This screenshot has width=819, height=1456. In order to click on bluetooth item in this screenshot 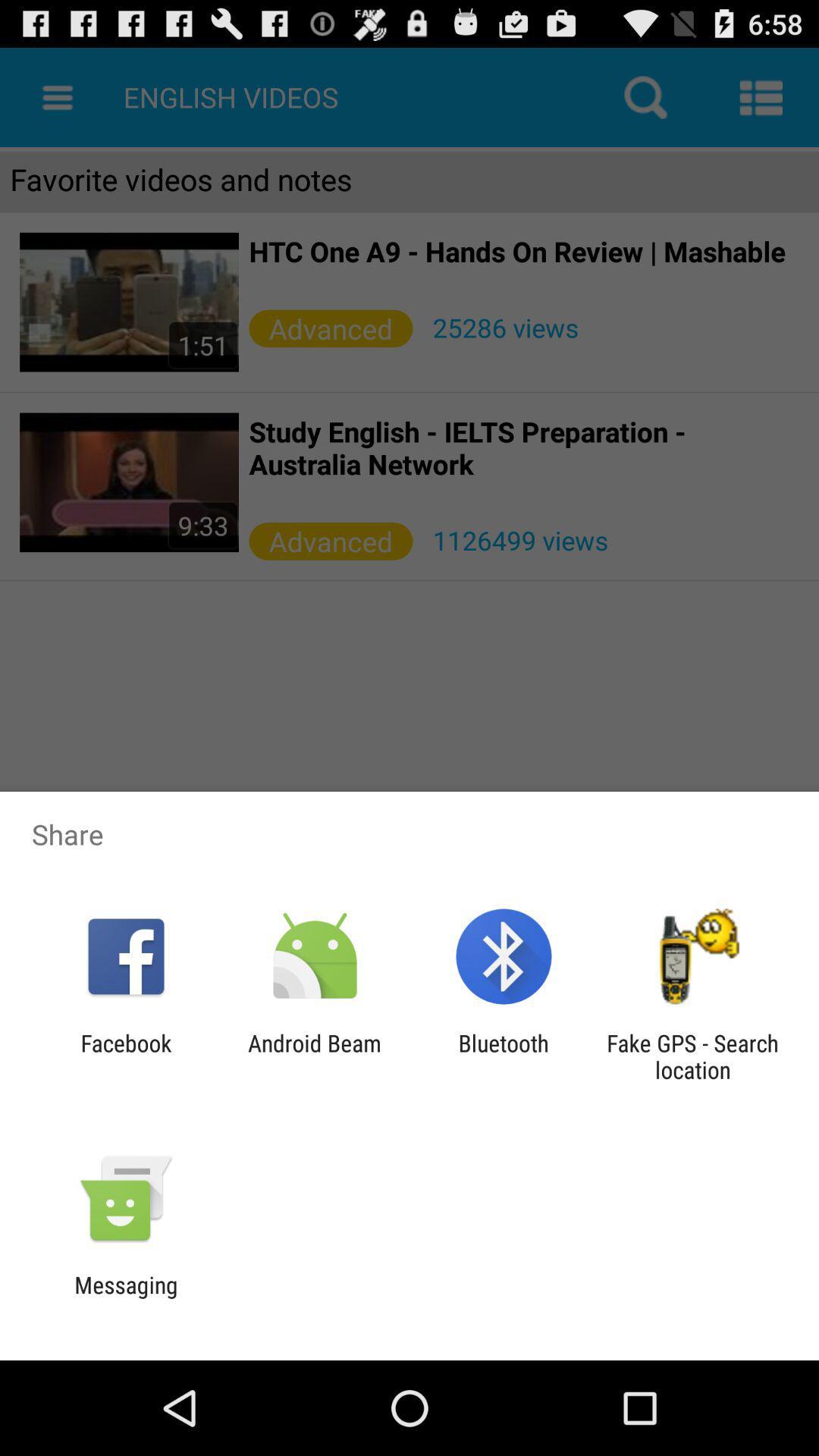, I will do `click(504, 1056)`.